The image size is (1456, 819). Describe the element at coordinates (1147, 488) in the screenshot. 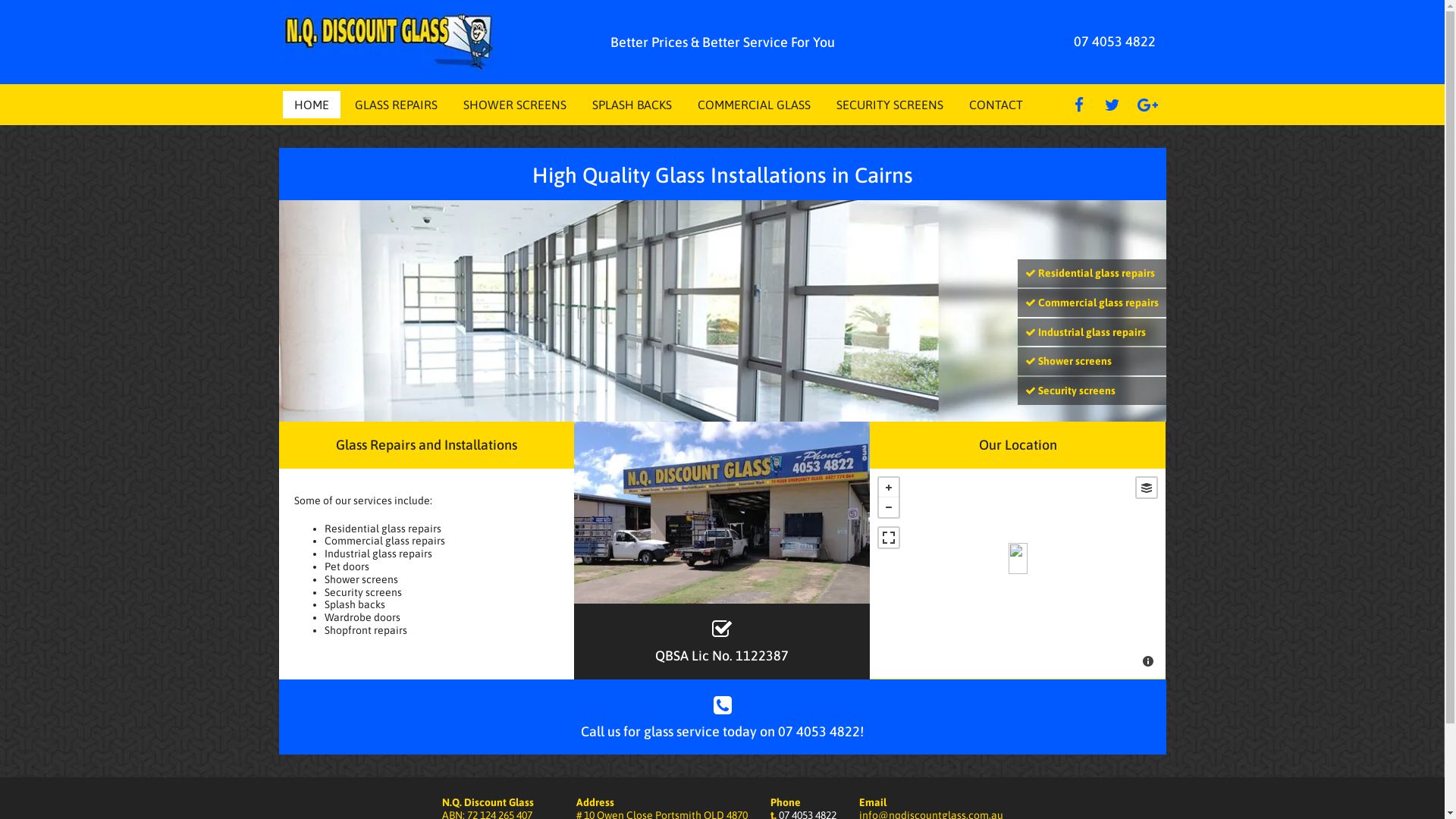

I see `'Layers'` at that location.